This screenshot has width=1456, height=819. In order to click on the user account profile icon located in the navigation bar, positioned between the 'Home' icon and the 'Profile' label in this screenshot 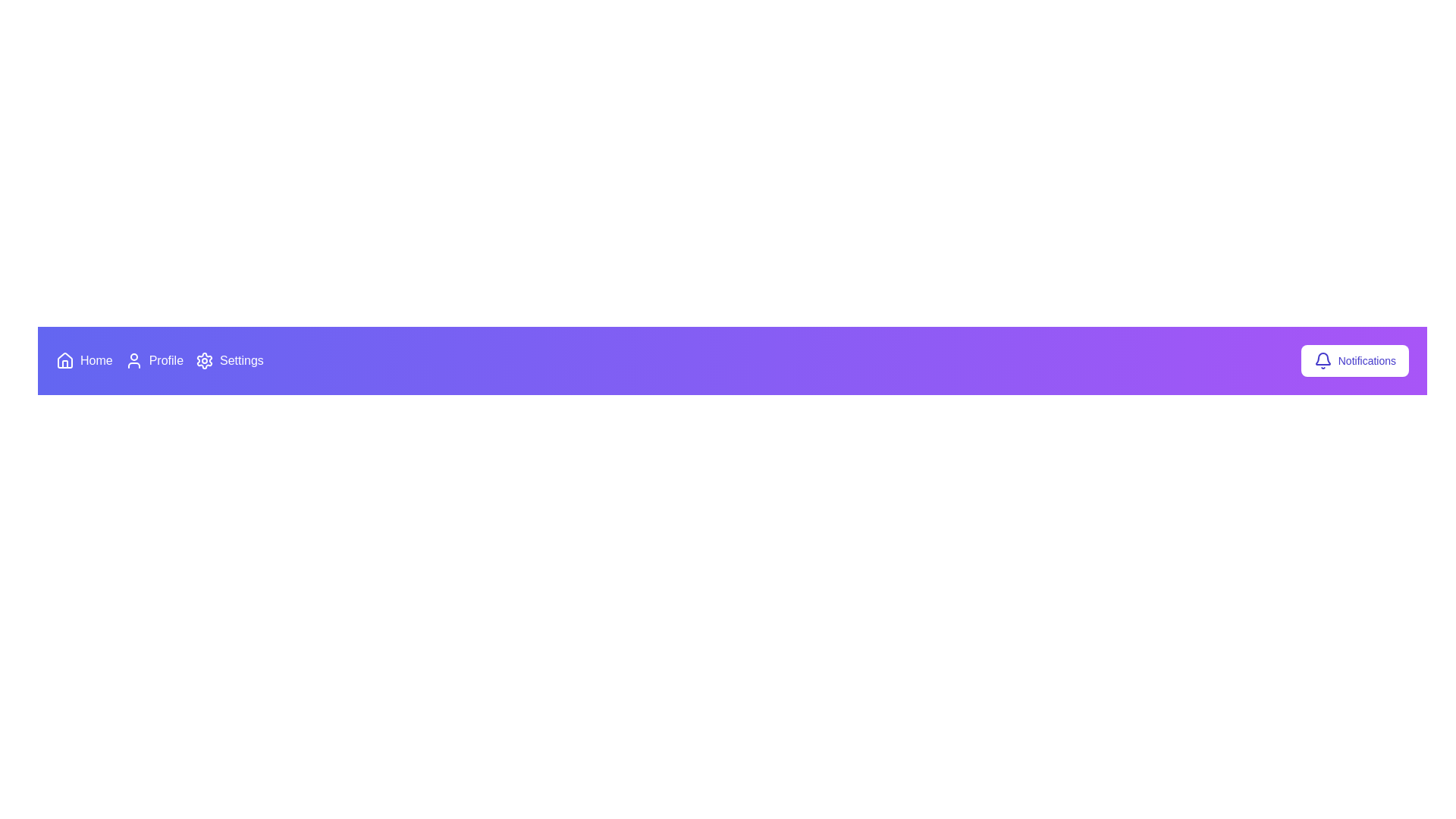, I will do `click(133, 360)`.